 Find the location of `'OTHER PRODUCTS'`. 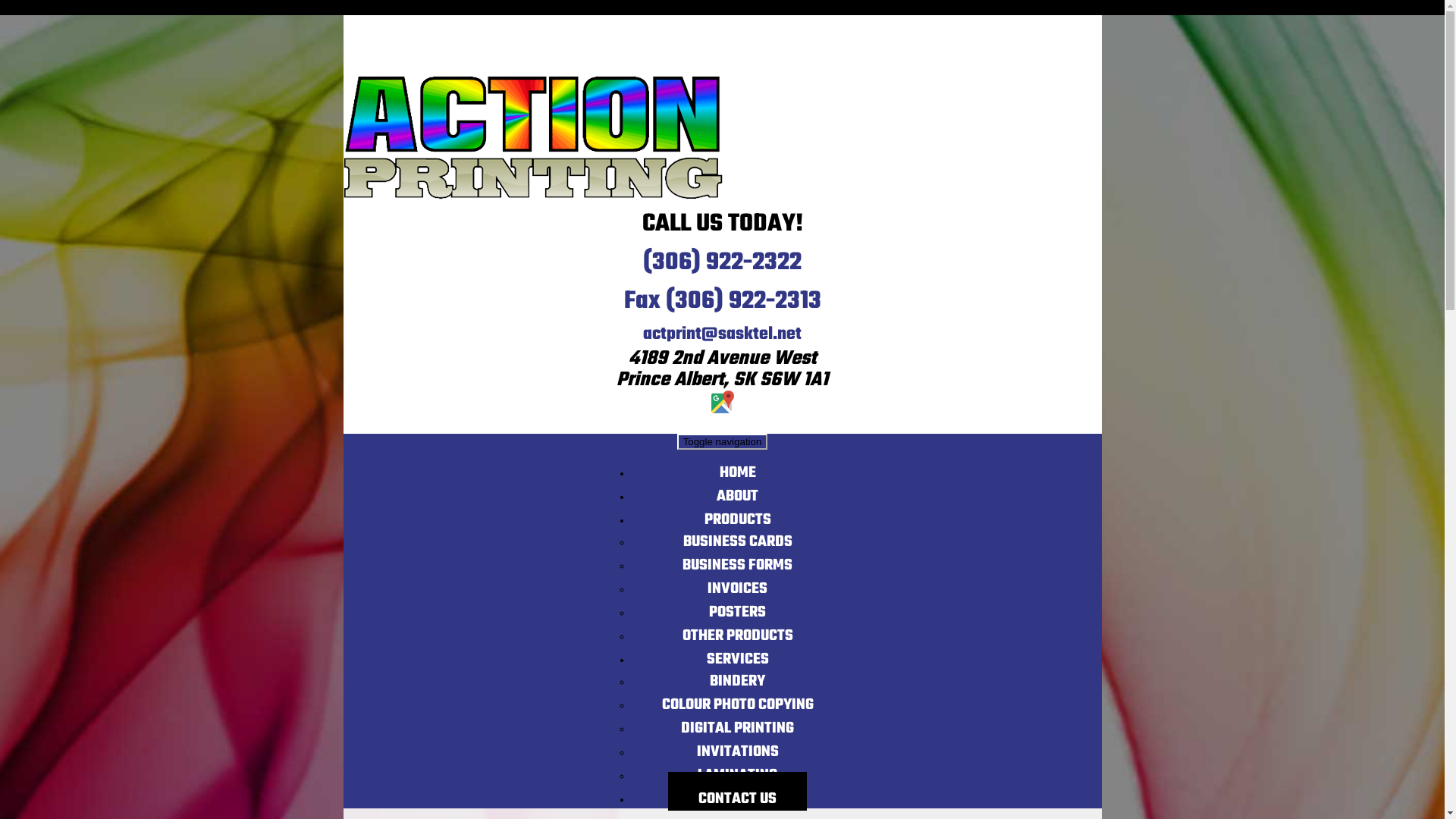

'OTHER PRODUCTS' is located at coordinates (651, 628).